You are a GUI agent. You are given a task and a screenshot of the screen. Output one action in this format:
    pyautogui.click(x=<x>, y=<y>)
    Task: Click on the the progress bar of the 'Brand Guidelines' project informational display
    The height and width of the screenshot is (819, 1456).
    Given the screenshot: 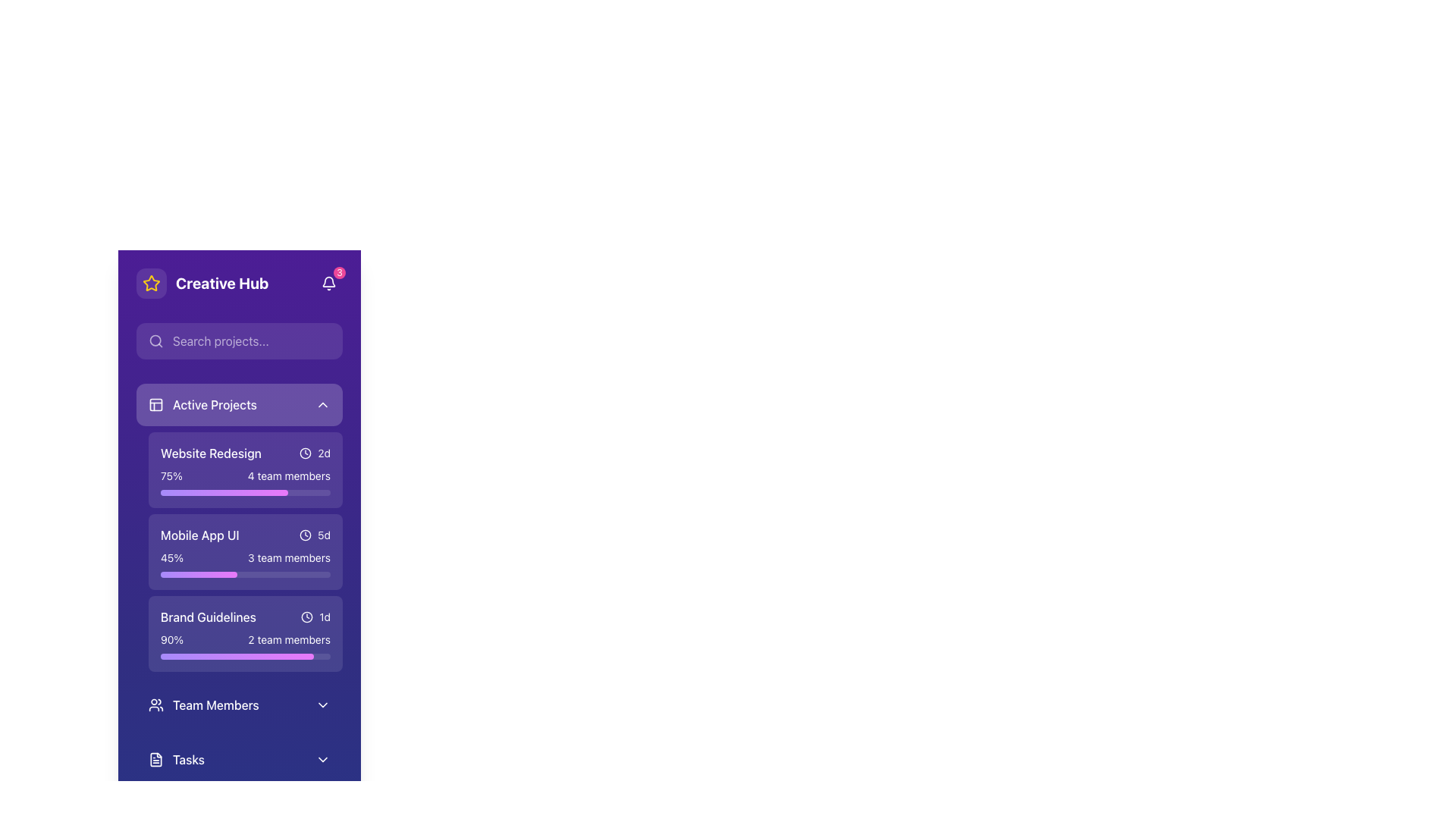 What is the action you would take?
    pyautogui.click(x=246, y=646)
    